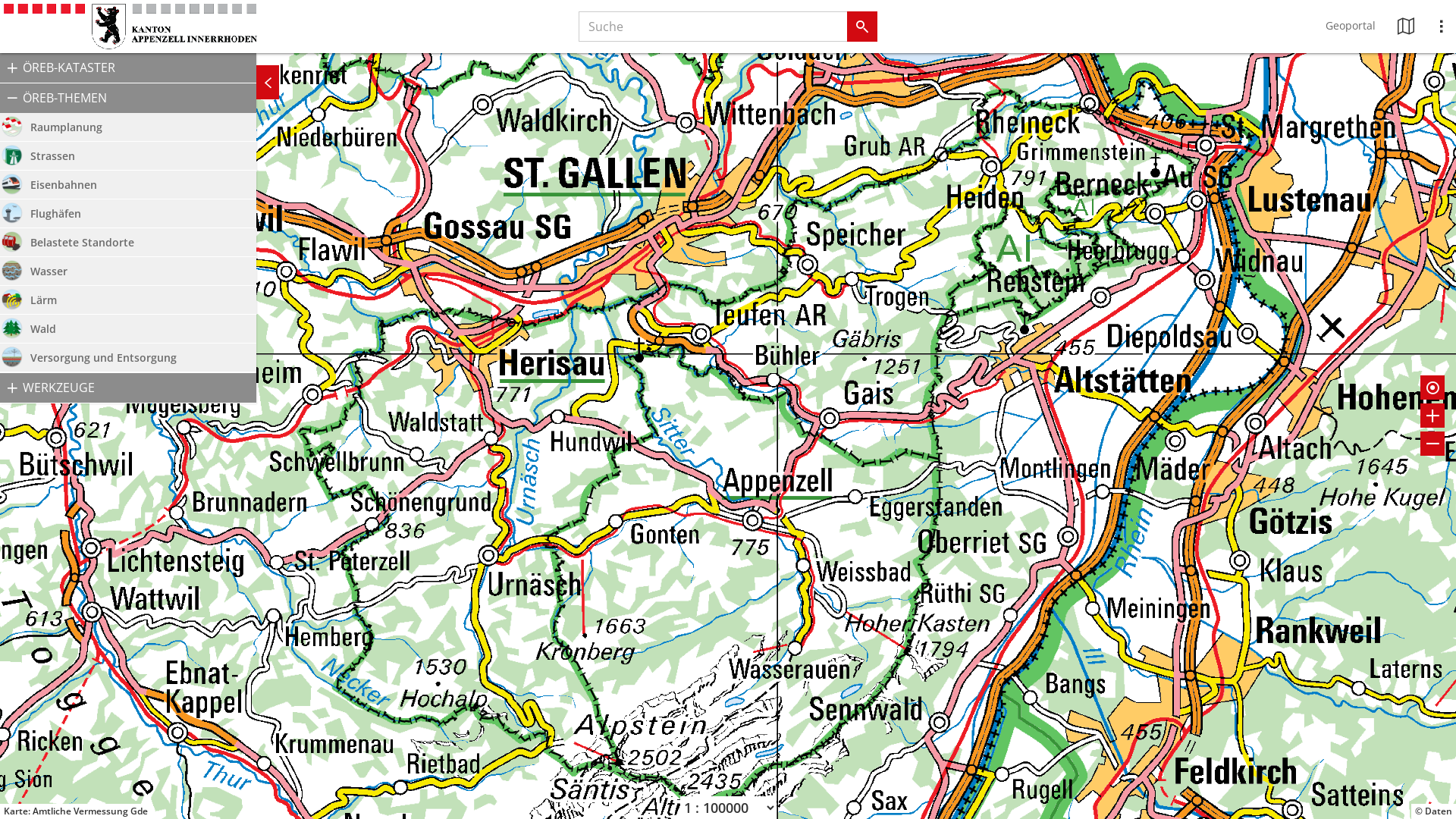  Describe the element at coordinates (1432, 444) in the screenshot. I see `'Zoom Out'` at that location.